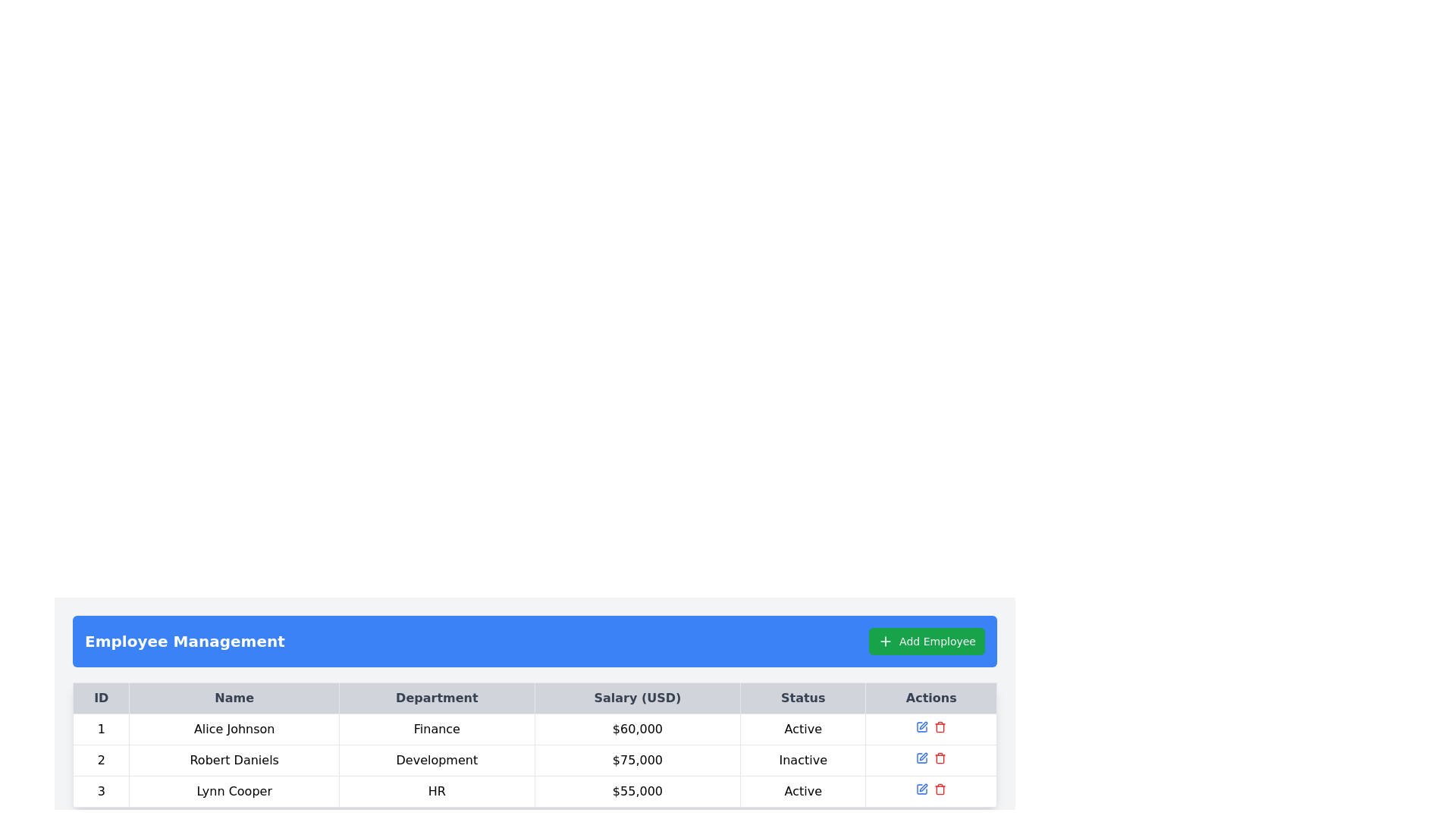 This screenshot has width=1456, height=819. I want to click on the read-only text display that presents the salary of the individual in the fourth column of the first row within a data table, so click(637, 728).